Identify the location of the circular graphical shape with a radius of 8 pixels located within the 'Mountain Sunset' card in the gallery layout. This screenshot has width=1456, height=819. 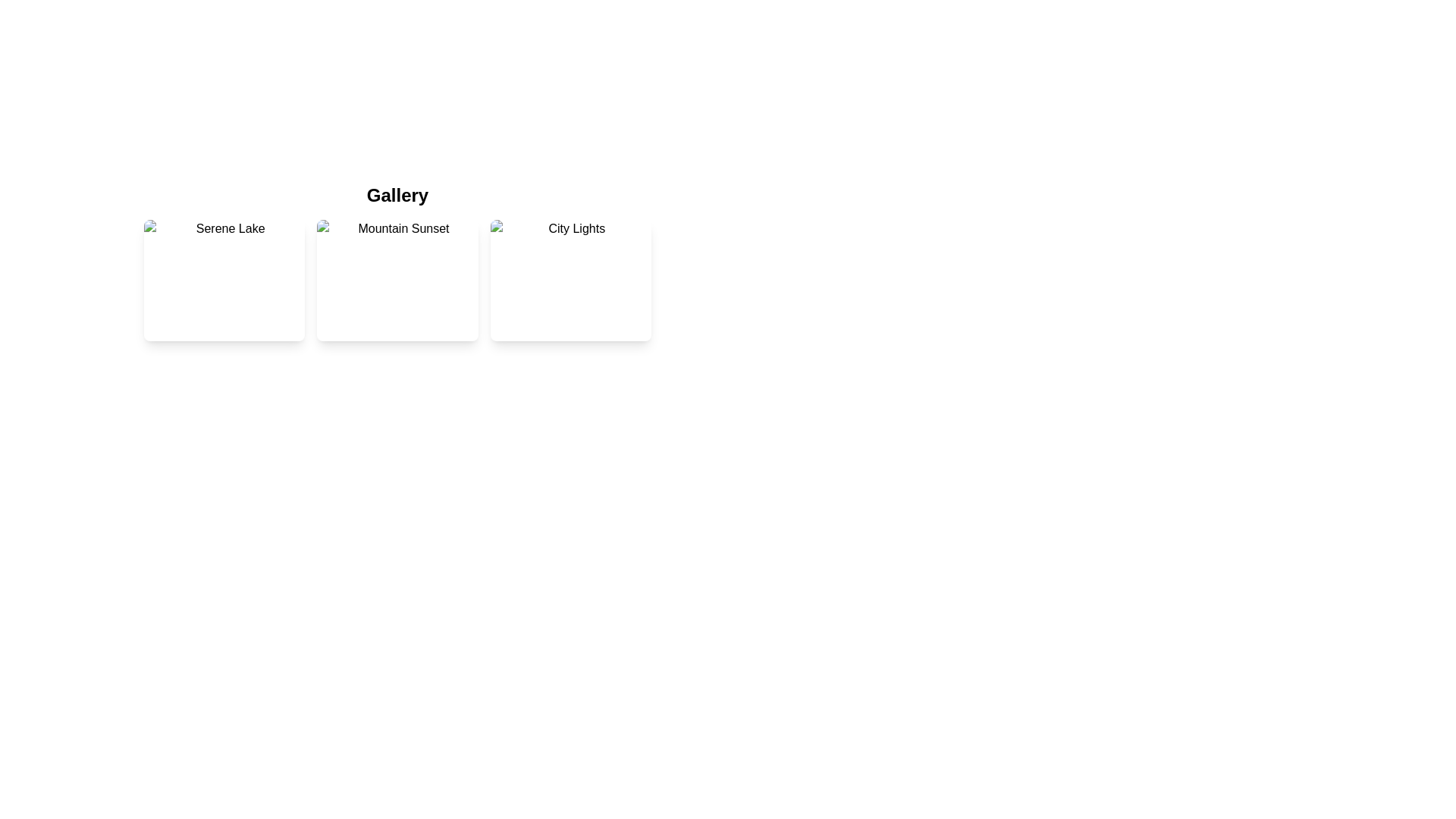
(396, 279).